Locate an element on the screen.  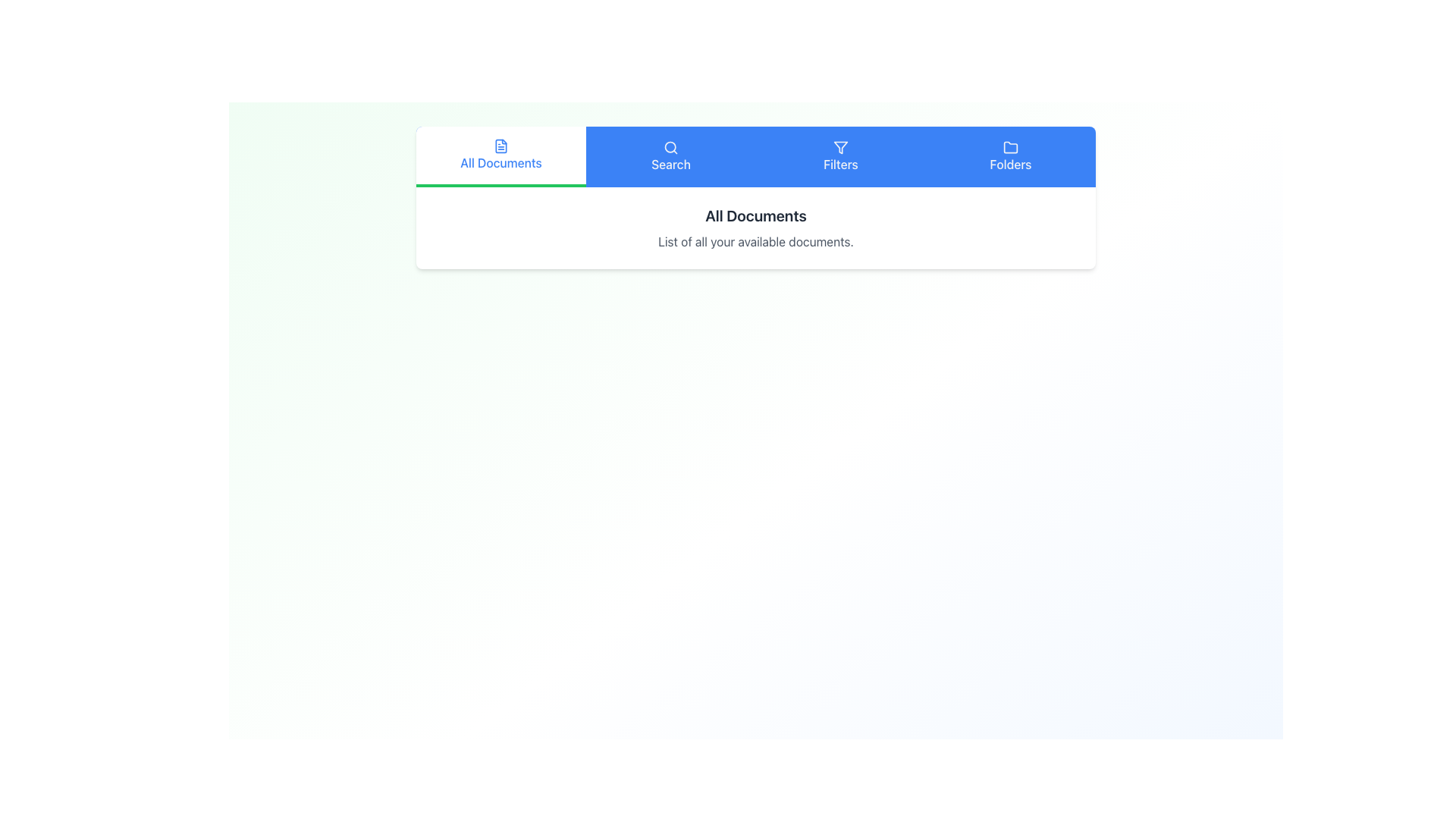
the 'Filters' navigation button, which is the third item in the horizontal navigation bar located between 'Search' and 'Folders' is located at coordinates (839, 157).